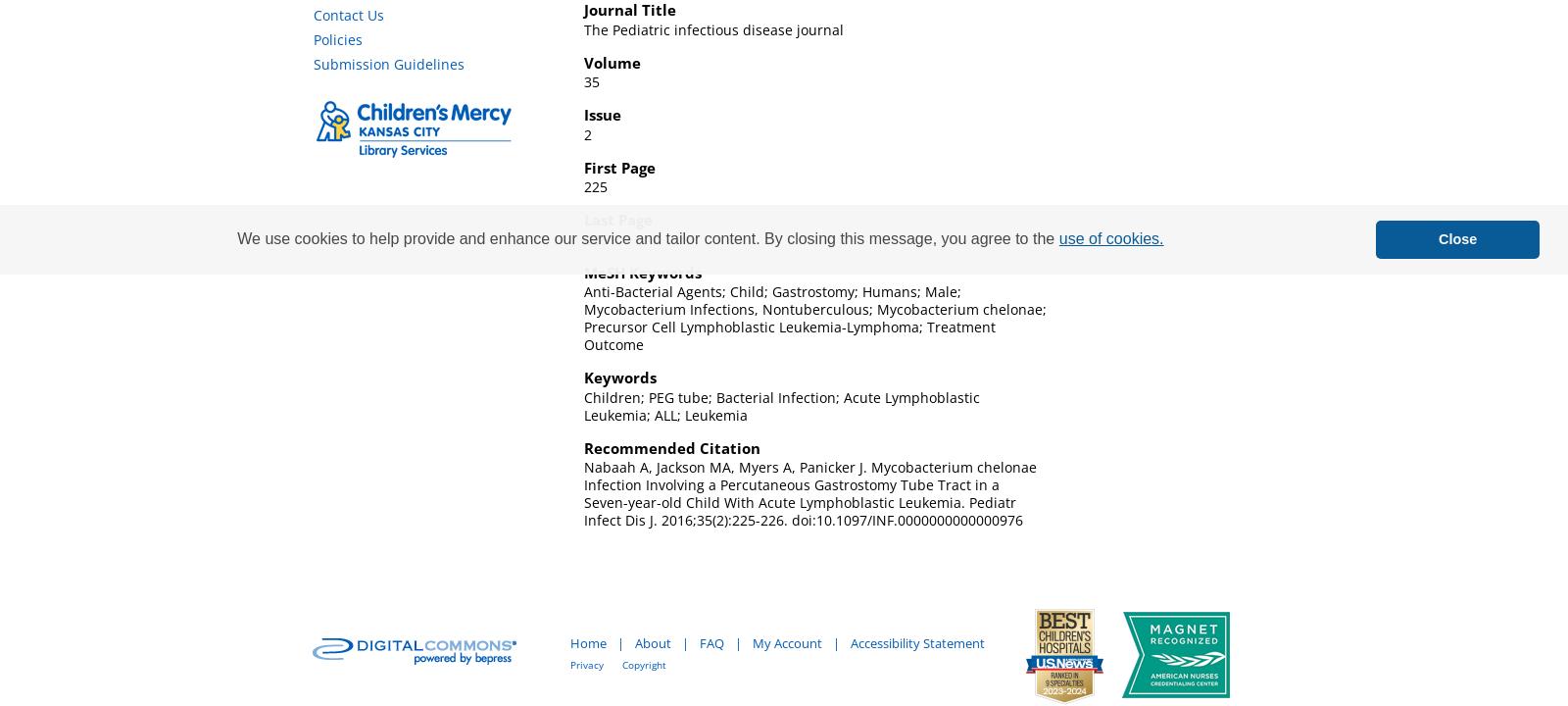  I want to click on 'Anti-Bacterial Agents; Child; Gastrostomy; Humans; Male; Mycobacterium Infections, Nontuberculous; Mycobacterium chelonae; Precursor Cell Lymphoblastic Leukemia-Lymphoma; Treatment Outcome', so click(814, 317).